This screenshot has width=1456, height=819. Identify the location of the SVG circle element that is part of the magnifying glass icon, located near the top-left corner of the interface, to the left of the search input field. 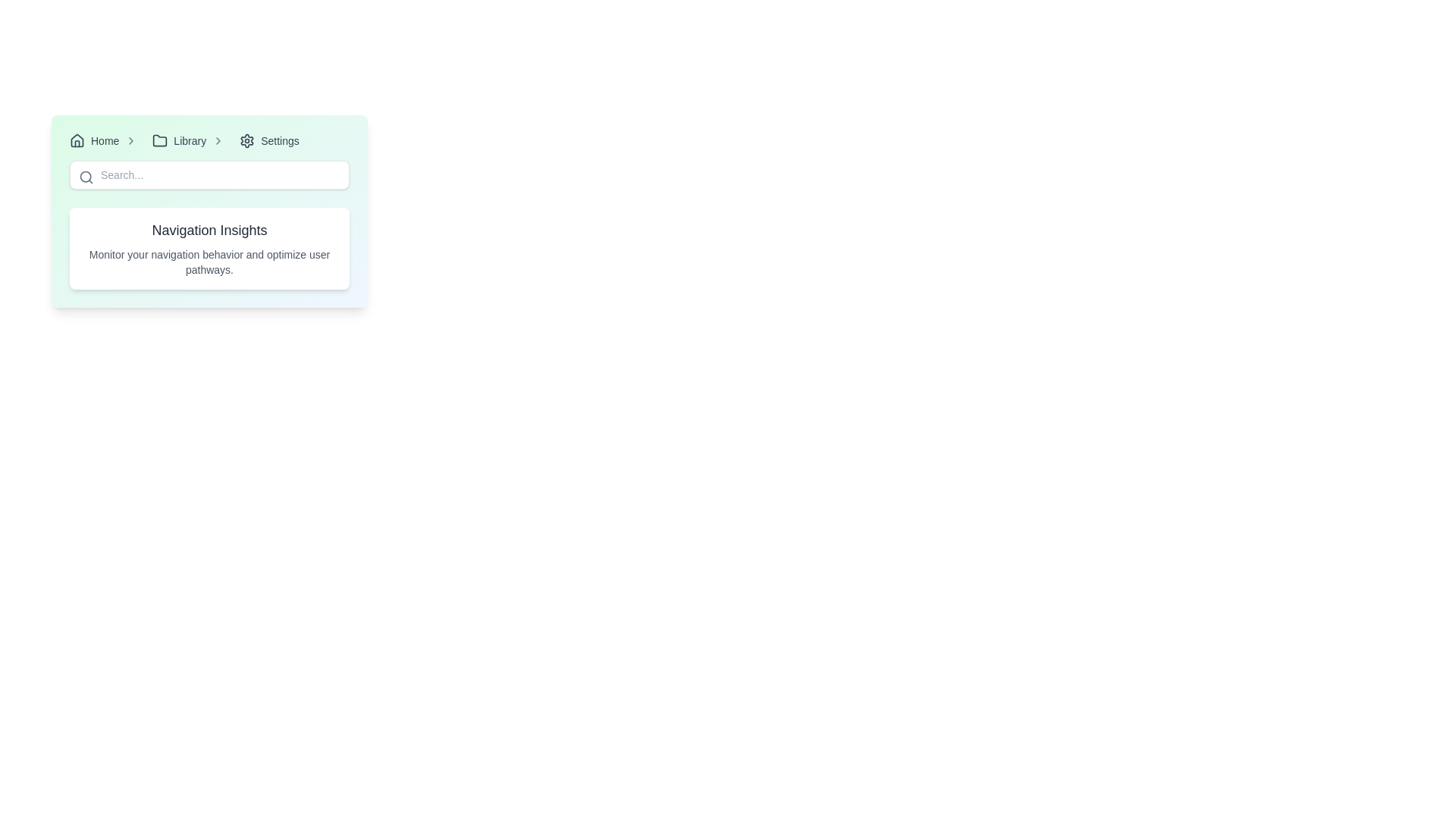
(85, 176).